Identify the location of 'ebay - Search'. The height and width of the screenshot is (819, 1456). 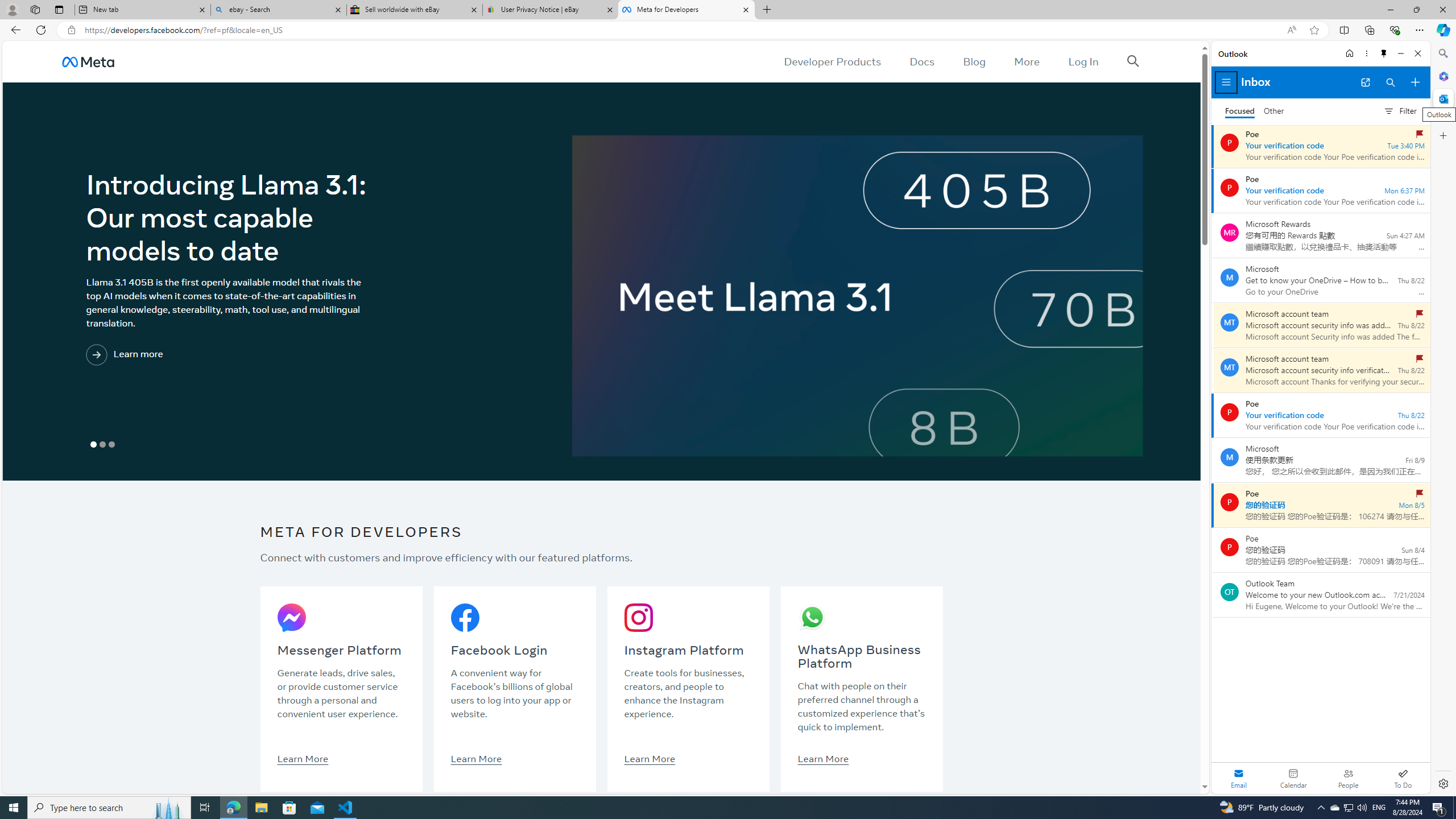
(278, 9).